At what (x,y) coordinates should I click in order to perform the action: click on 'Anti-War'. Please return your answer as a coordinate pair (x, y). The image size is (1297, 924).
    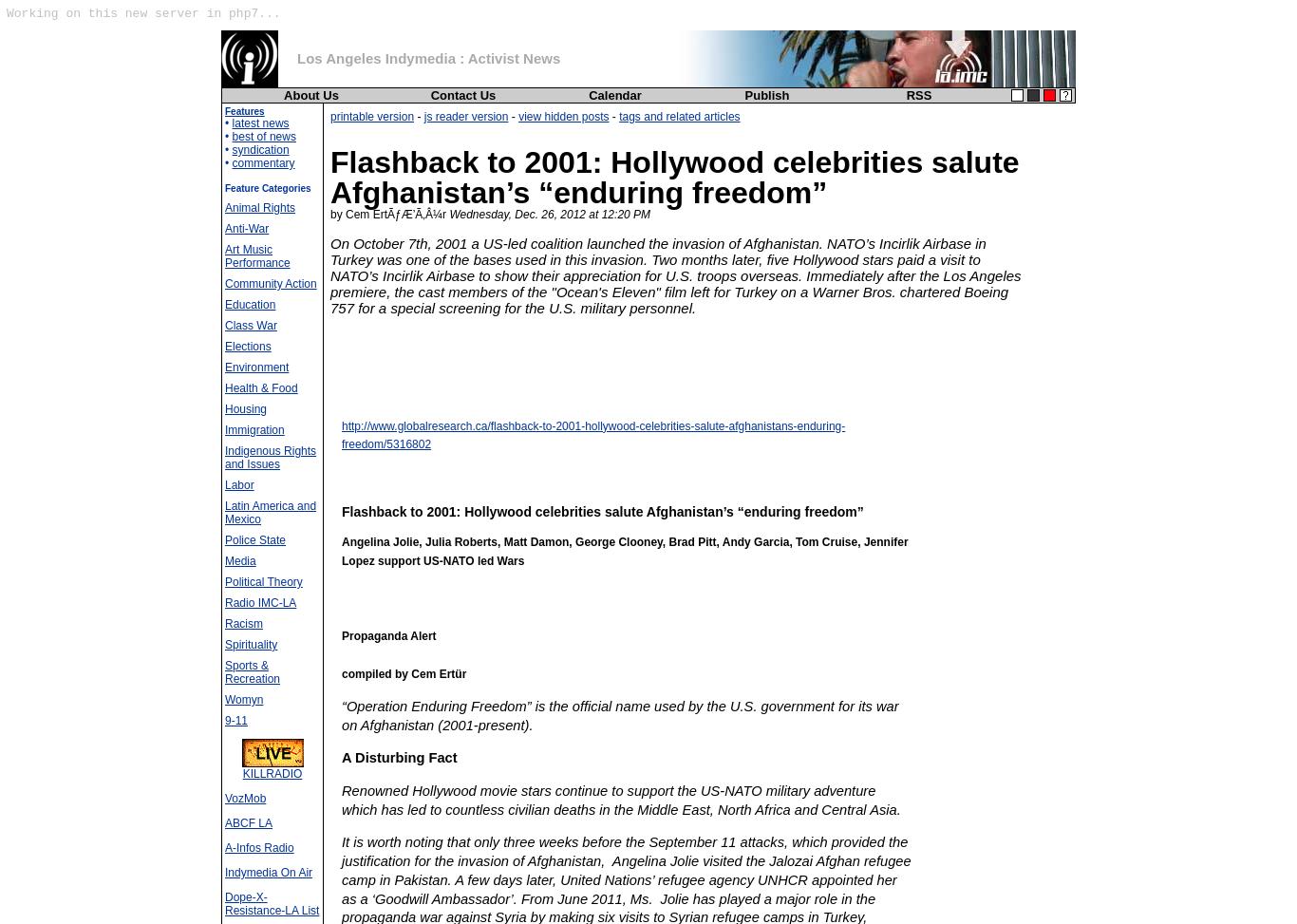
    Looking at the image, I should click on (246, 228).